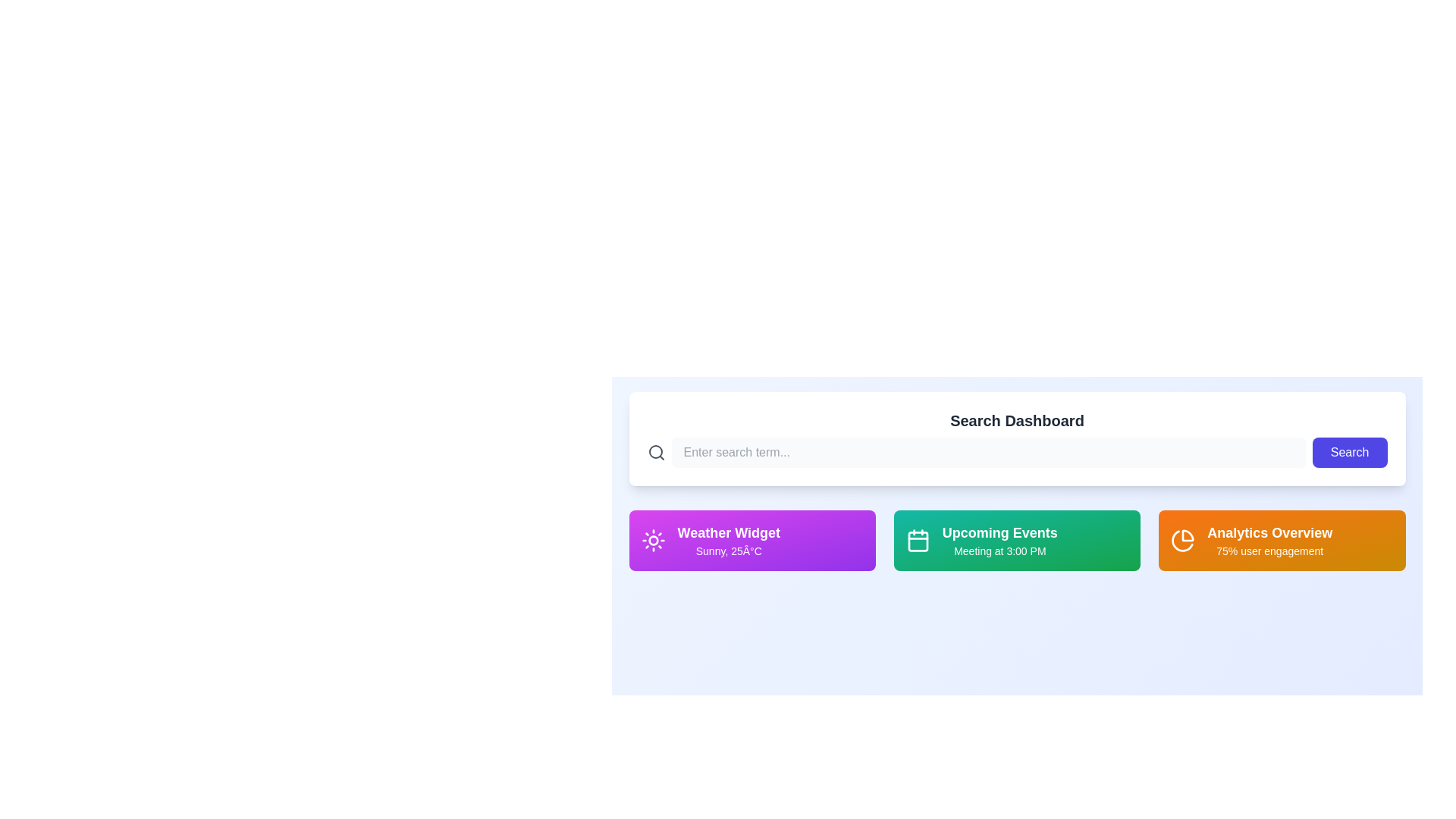  I want to click on the 'Search' button in the interactive search bar that has a placeholder 'Enter search term...' and is located on the 'Search Dashboard' card, so click(1017, 452).